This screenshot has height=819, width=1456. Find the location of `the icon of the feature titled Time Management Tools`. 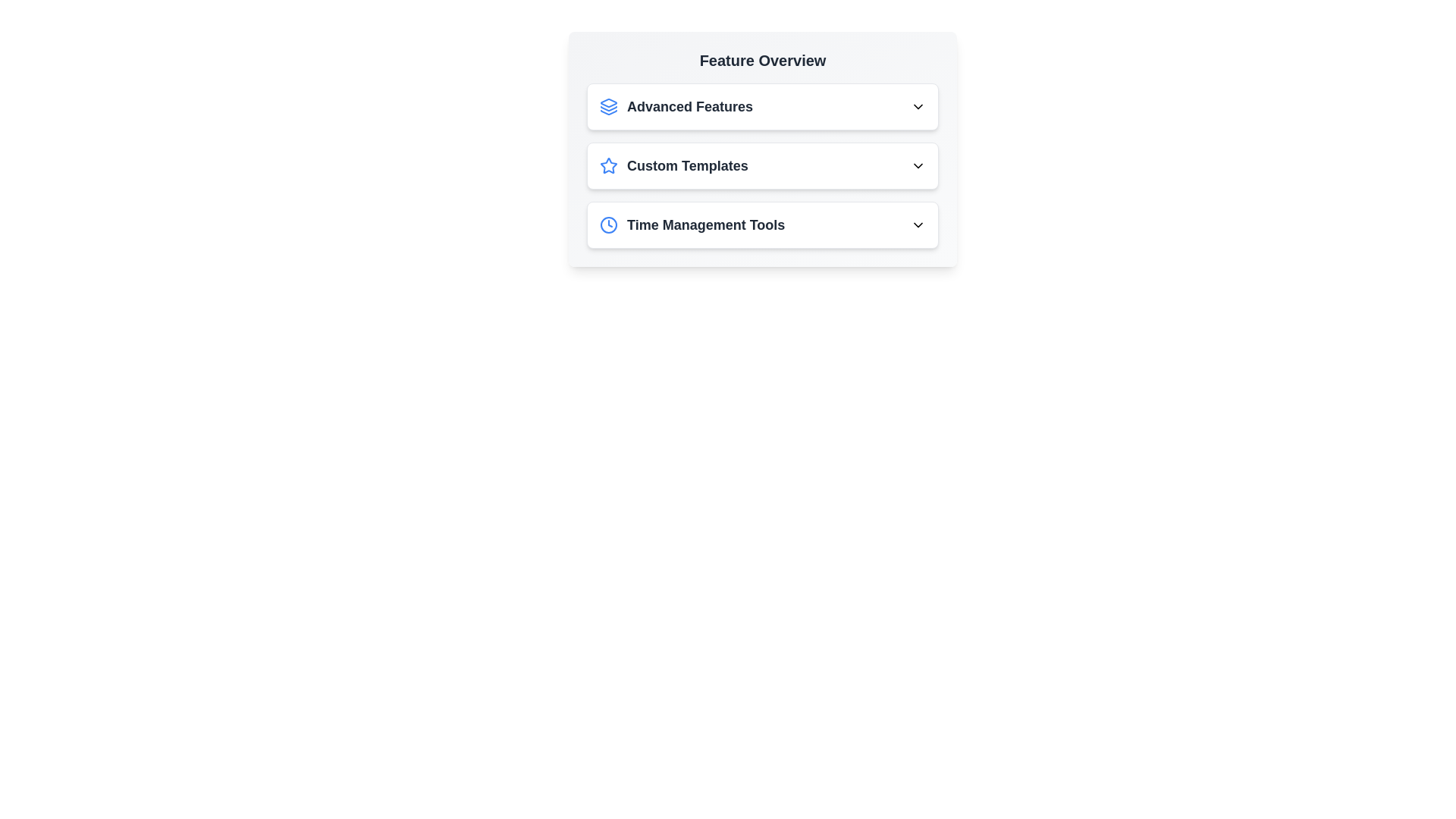

the icon of the feature titled Time Management Tools is located at coordinates (608, 225).